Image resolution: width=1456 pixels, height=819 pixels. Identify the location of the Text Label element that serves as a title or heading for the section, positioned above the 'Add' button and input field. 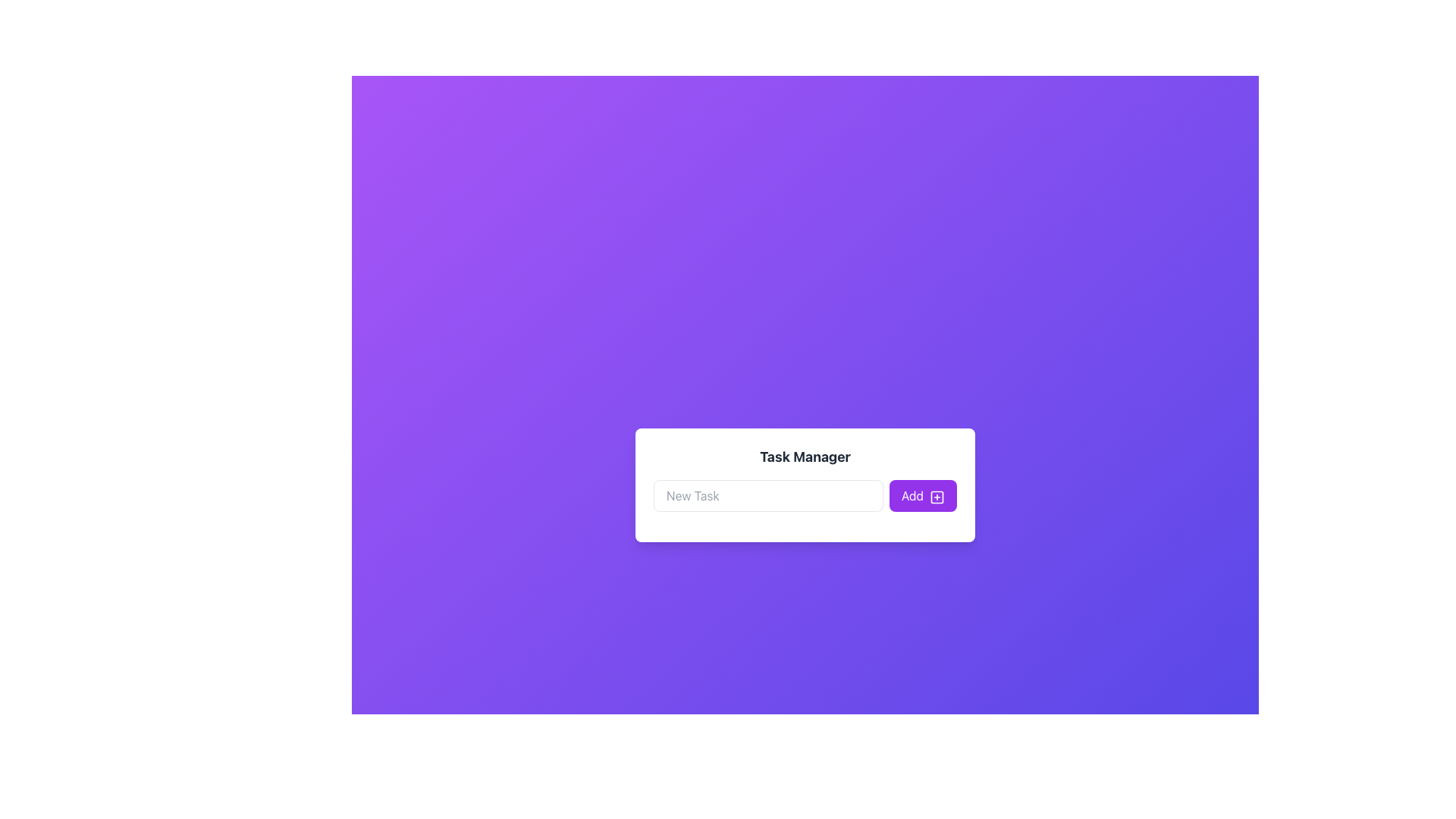
(804, 456).